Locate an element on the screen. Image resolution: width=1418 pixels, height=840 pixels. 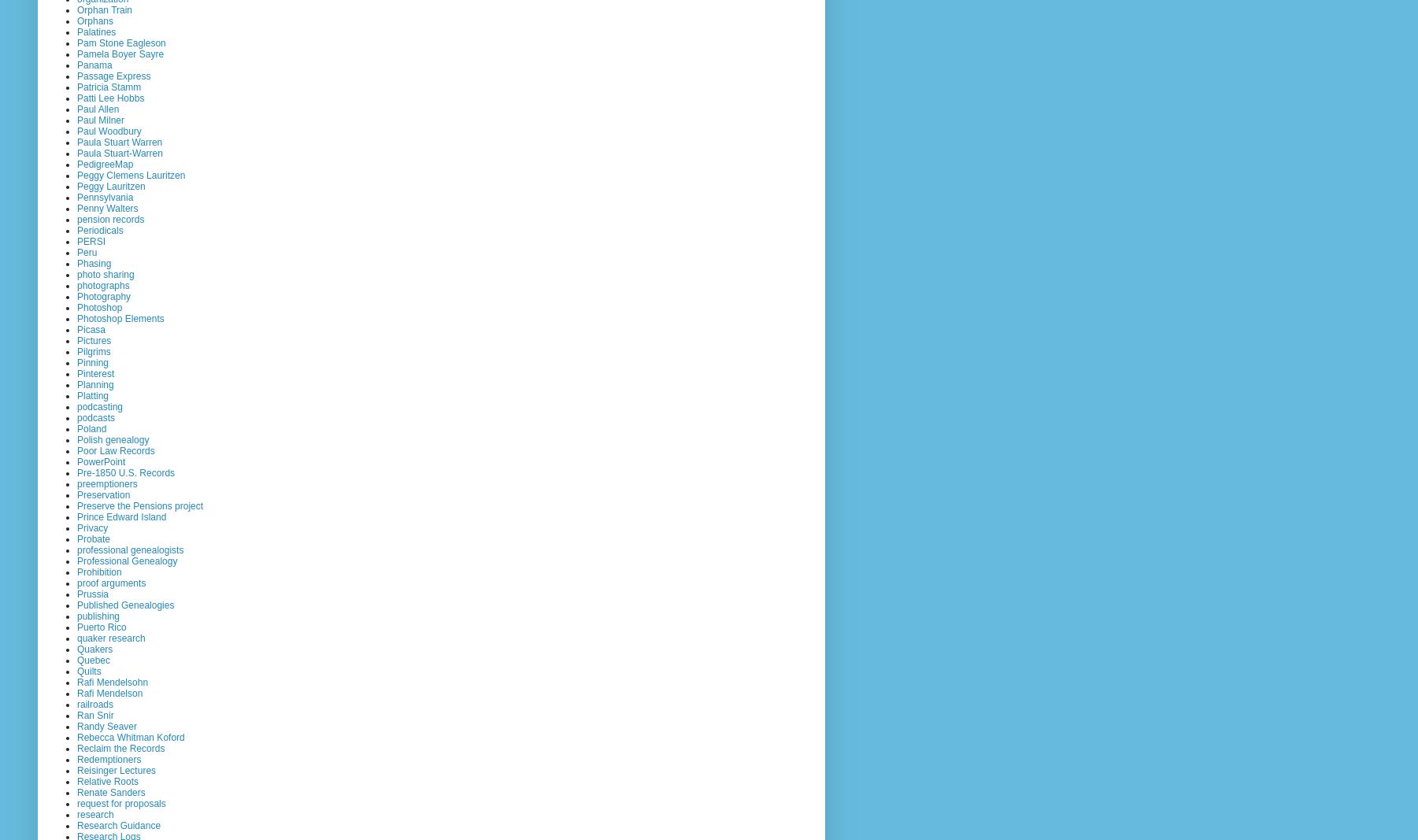
'pension records' is located at coordinates (110, 218).